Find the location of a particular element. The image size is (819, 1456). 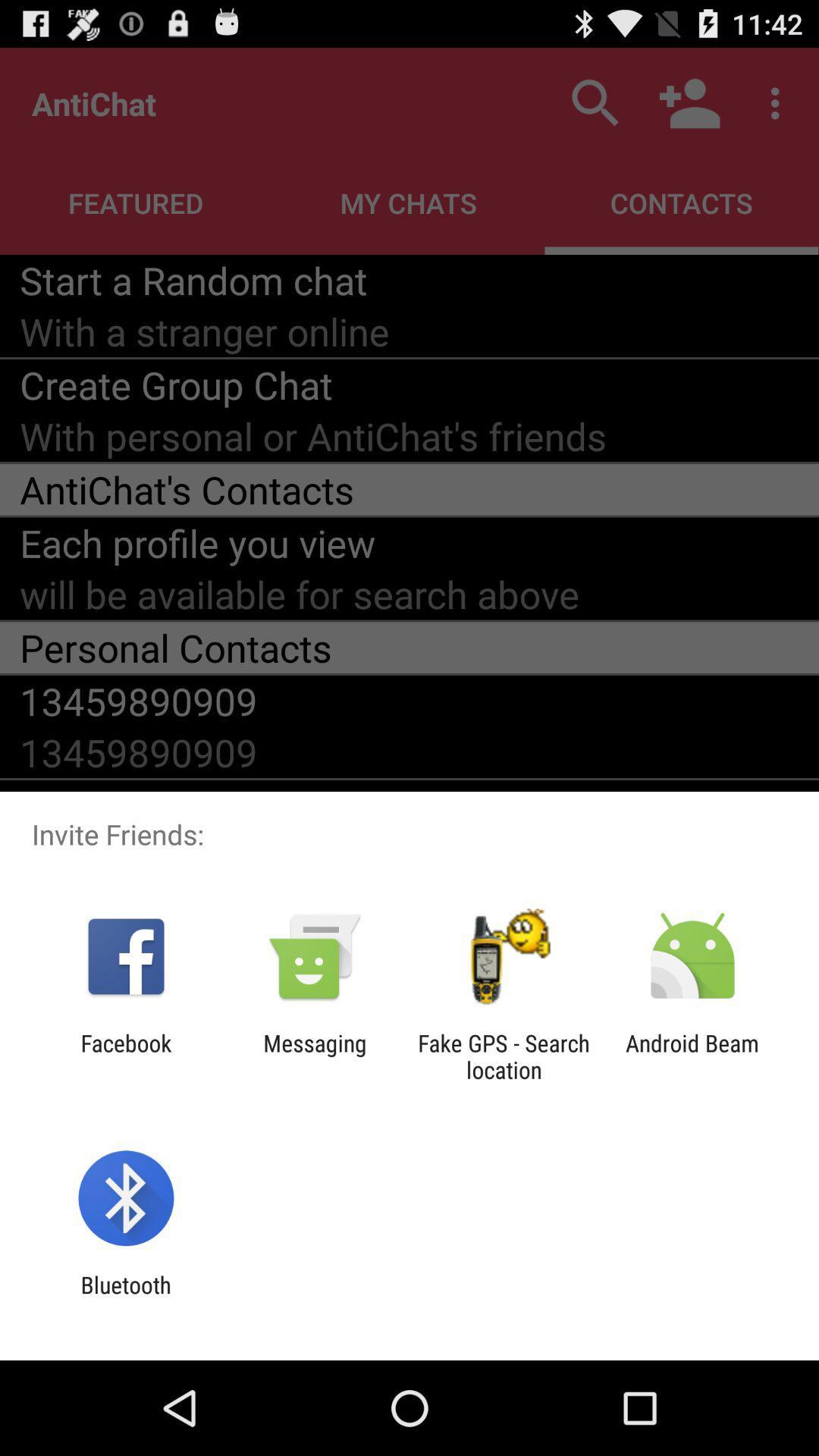

app next to fake gps search item is located at coordinates (692, 1056).